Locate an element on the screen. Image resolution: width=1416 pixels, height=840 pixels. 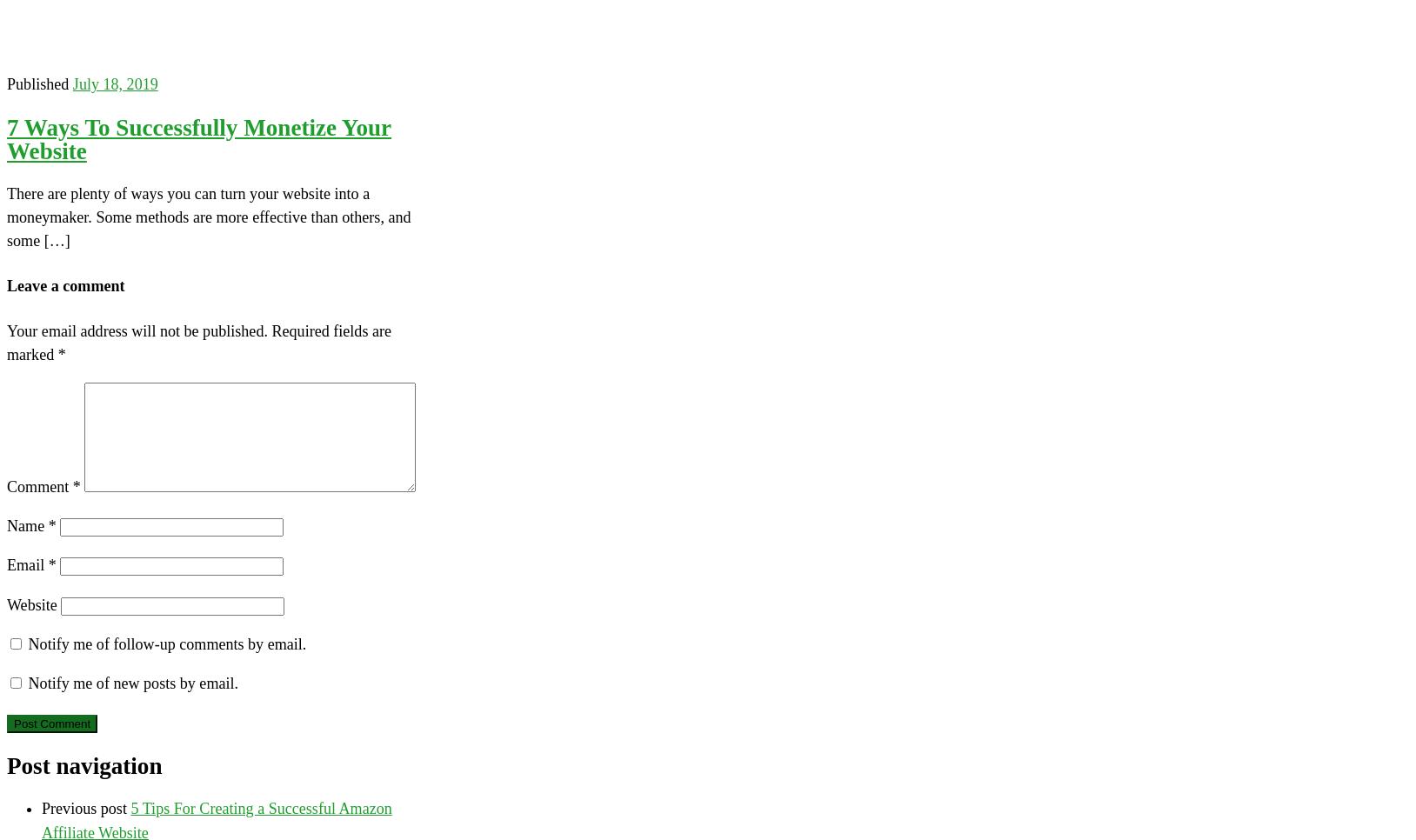
'Previous post' is located at coordinates (83, 807).